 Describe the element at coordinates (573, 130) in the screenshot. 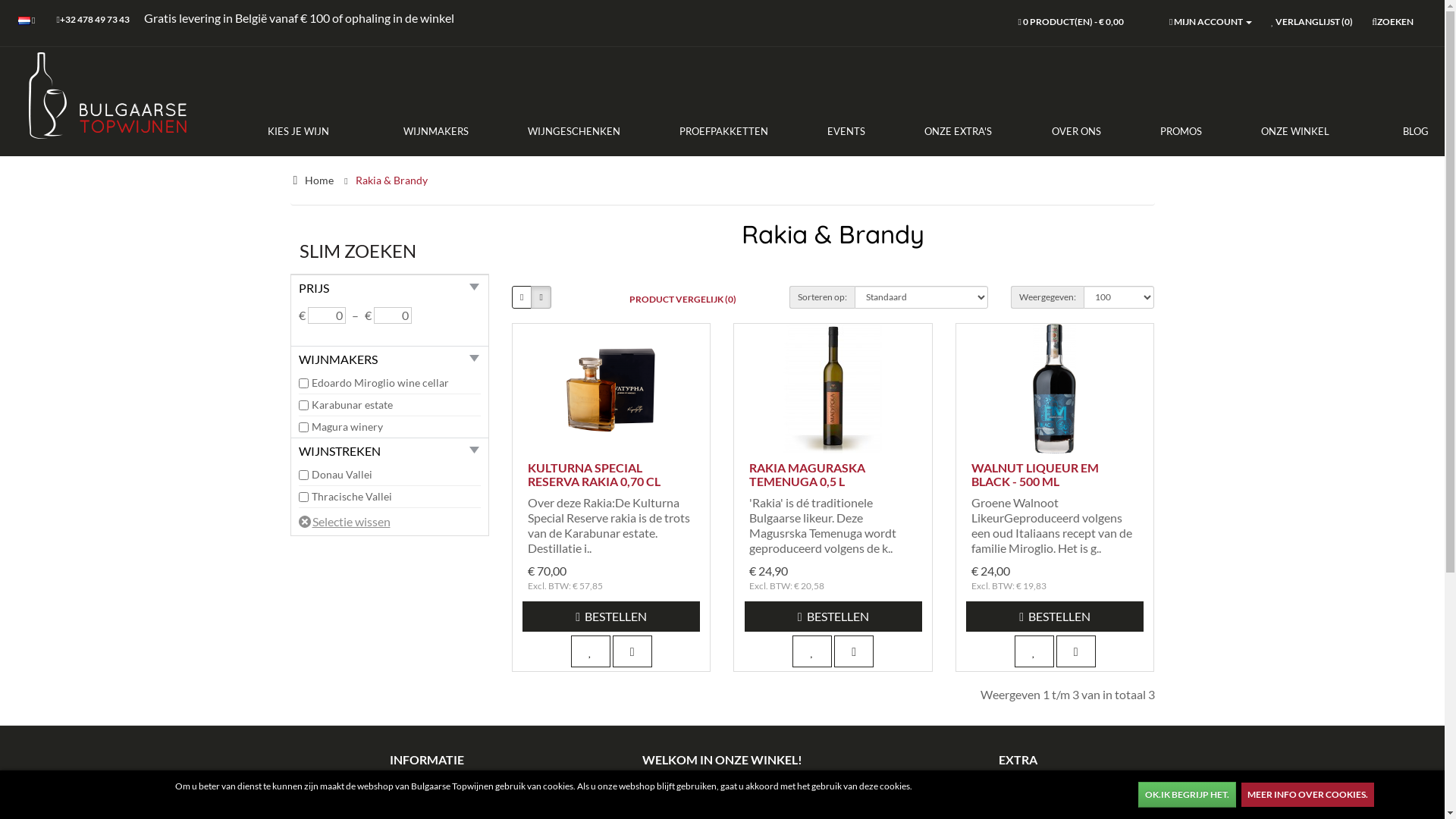

I see `'WIJNGESCHENKEN'` at that location.